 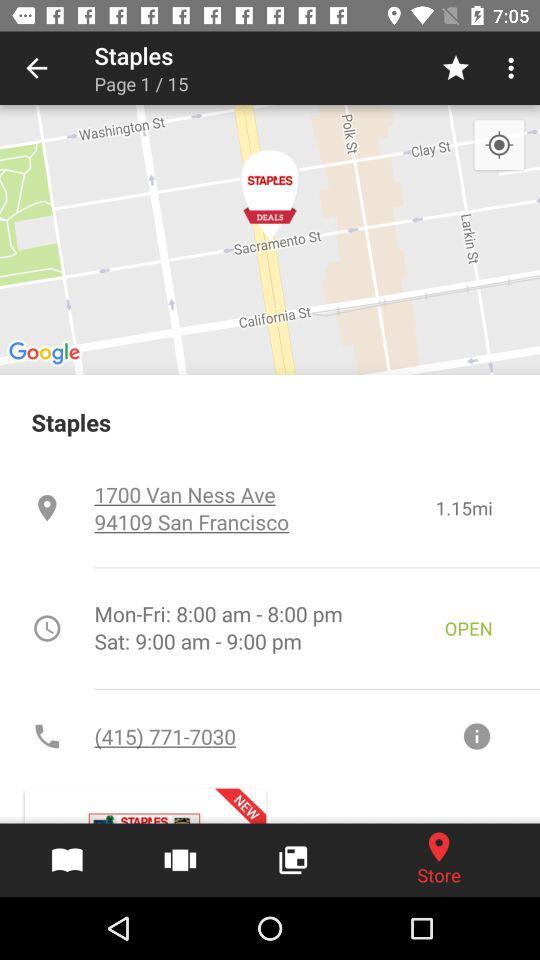 What do you see at coordinates (36, 68) in the screenshot?
I see `the item next to the staples item` at bounding box center [36, 68].